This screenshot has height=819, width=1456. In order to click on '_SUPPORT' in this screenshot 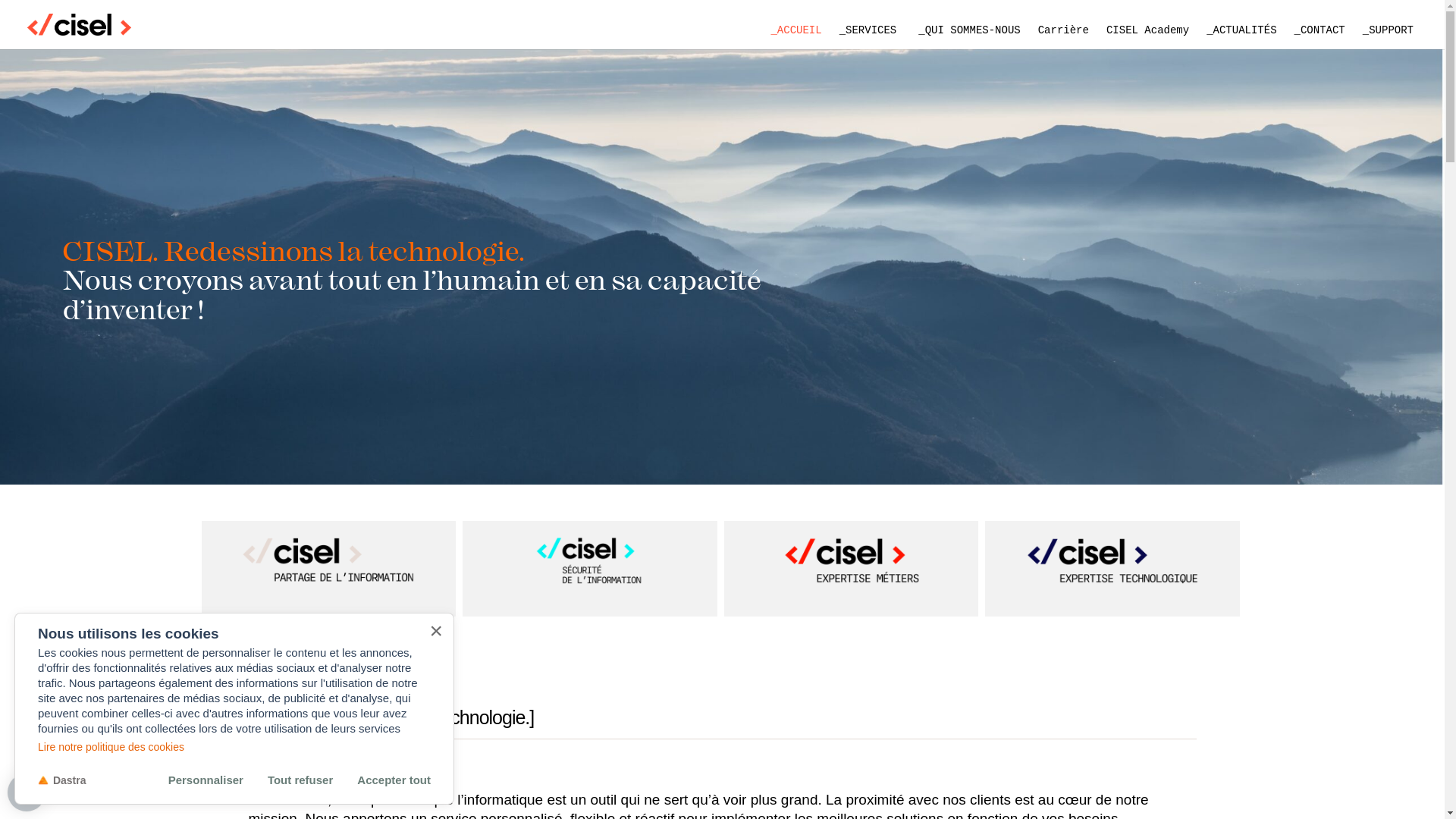, I will do `click(1354, 30)`.